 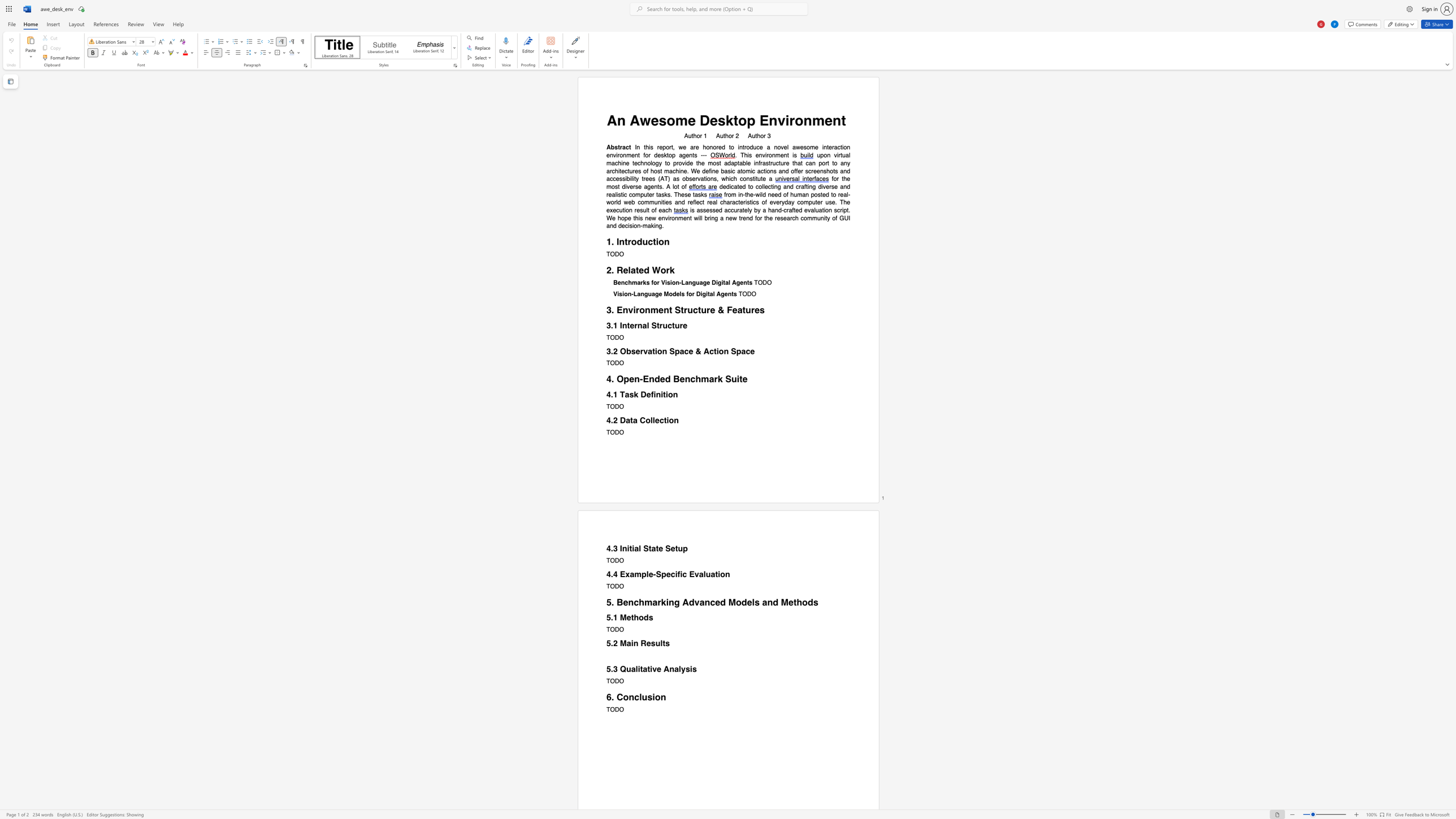 What do you see at coordinates (755, 194) in the screenshot?
I see `the subset text "wild need of human posted to real-world web communities and reflect real characteristics of everyday computer use. T" within the text "from in-the-wild need of human posted to real-world web communities and reflect real characteristics of everyday computer use. The execution result of each"` at bounding box center [755, 194].